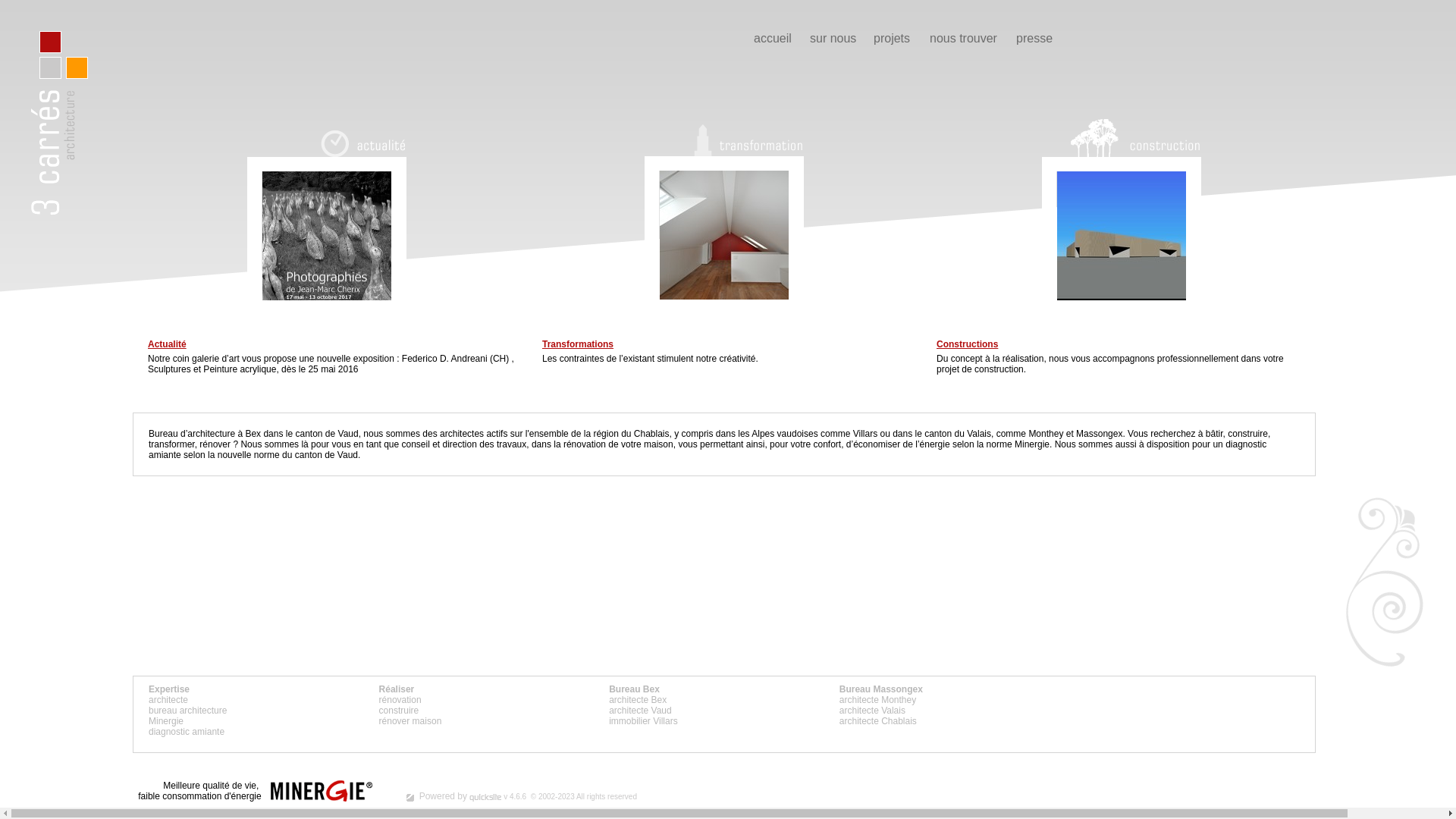 The height and width of the screenshot is (819, 1456). What do you see at coordinates (966, 344) in the screenshot?
I see `'Constructions'` at bounding box center [966, 344].